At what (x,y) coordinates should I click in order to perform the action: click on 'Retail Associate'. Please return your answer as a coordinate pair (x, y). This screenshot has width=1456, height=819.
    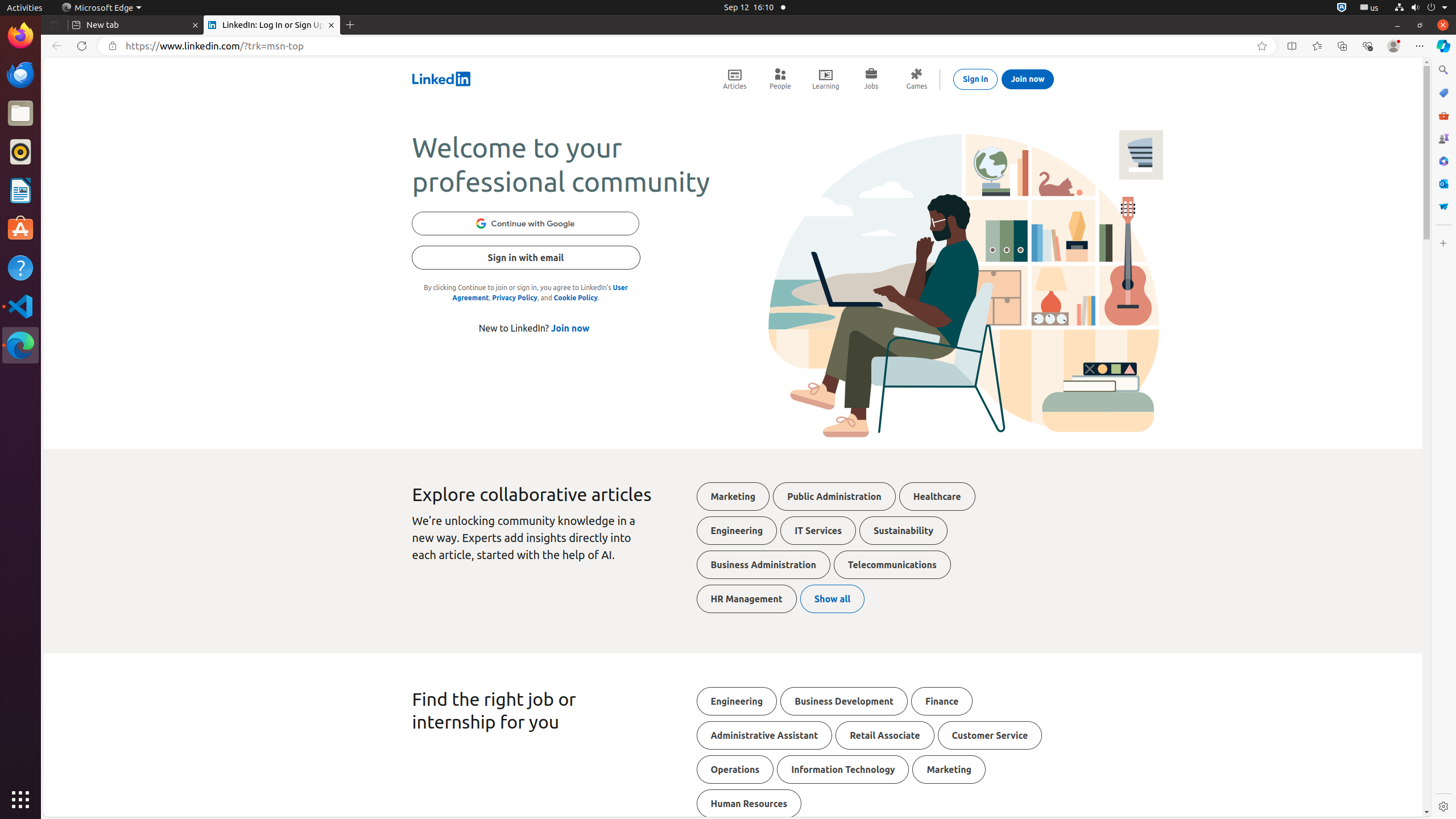
    Looking at the image, I should click on (884, 734).